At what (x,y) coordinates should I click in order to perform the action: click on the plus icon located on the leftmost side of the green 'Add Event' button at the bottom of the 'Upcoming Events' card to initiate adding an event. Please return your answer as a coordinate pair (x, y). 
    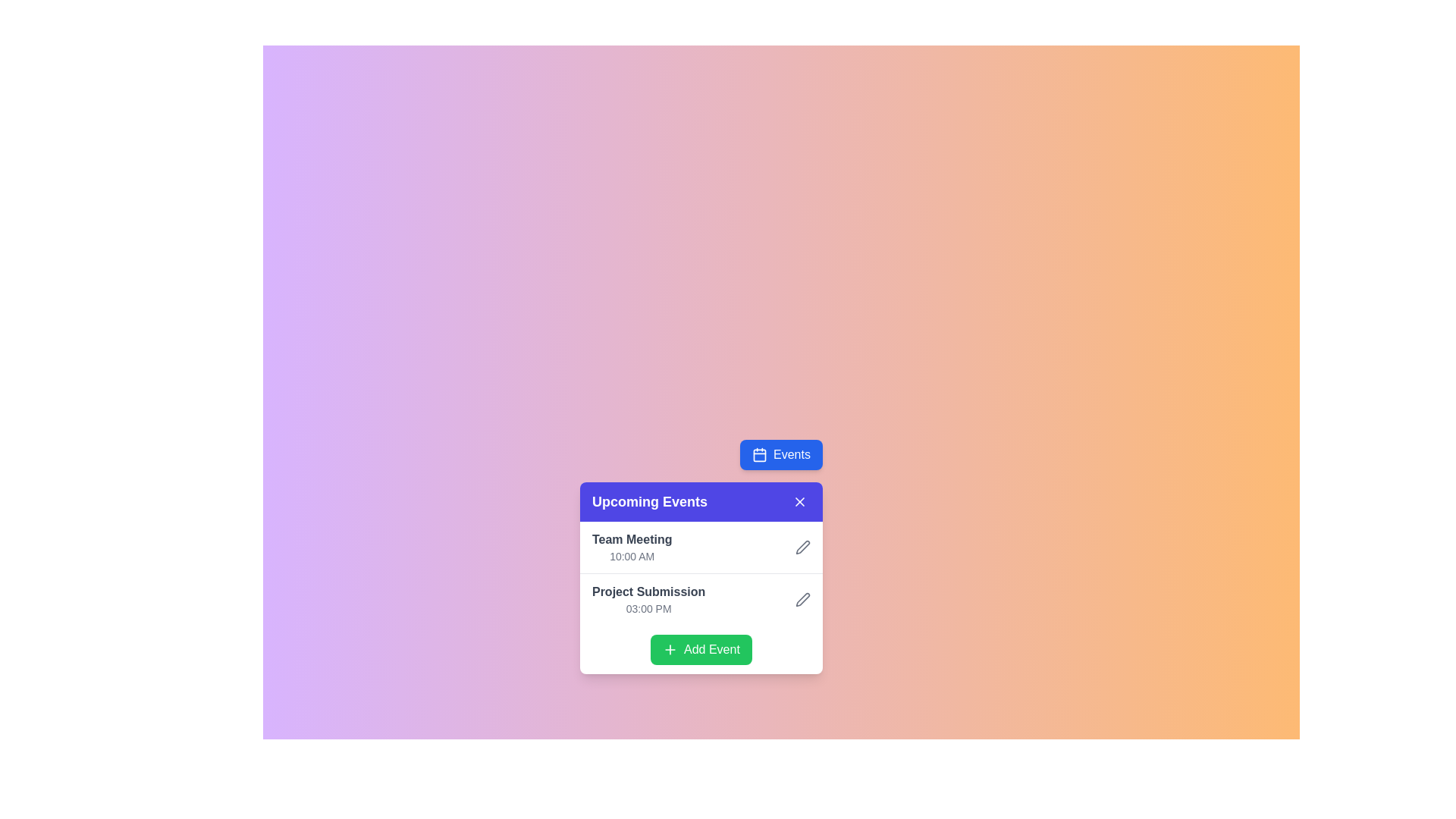
    Looking at the image, I should click on (669, 648).